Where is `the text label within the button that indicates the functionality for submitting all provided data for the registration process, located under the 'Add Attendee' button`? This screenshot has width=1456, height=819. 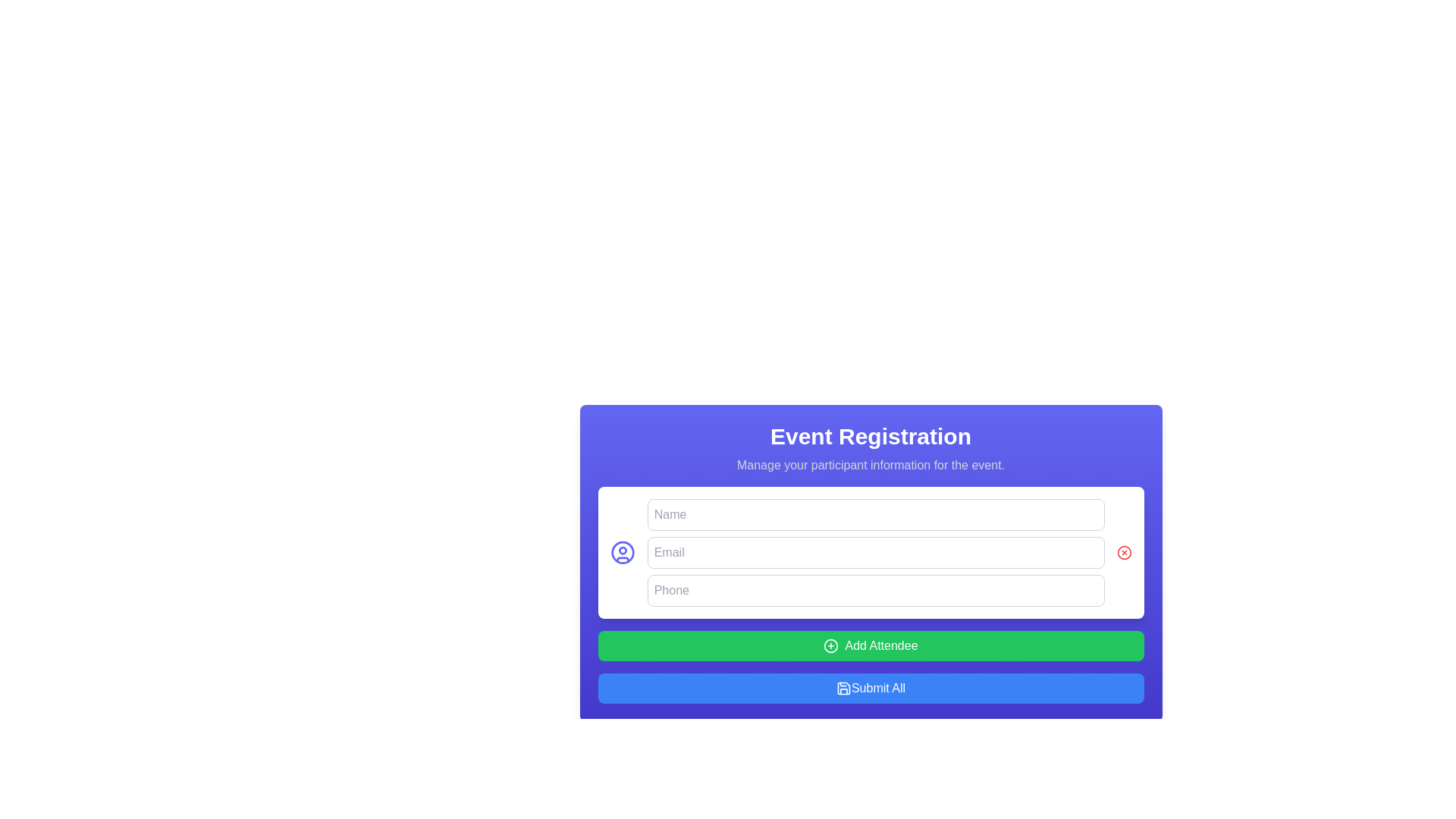 the text label within the button that indicates the functionality for submitting all provided data for the registration process, located under the 'Add Attendee' button is located at coordinates (878, 688).